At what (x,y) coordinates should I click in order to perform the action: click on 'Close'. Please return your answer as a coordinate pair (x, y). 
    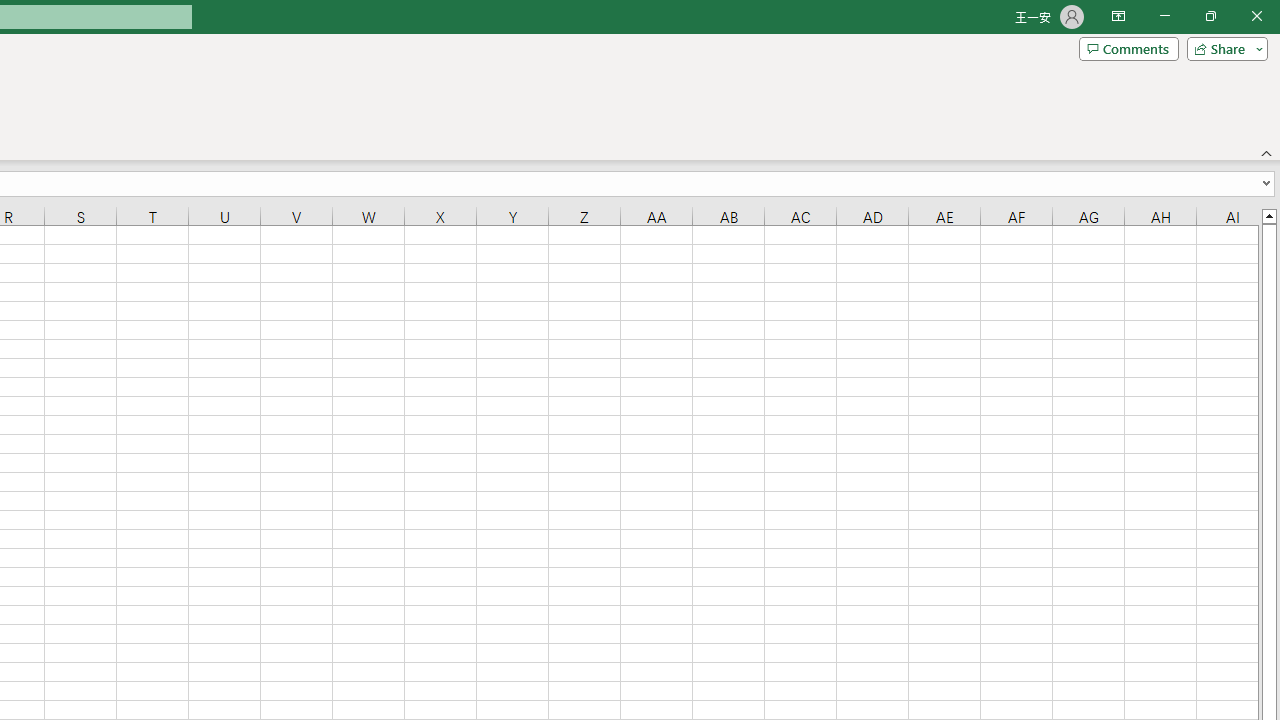
    Looking at the image, I should click on (1255, 16).